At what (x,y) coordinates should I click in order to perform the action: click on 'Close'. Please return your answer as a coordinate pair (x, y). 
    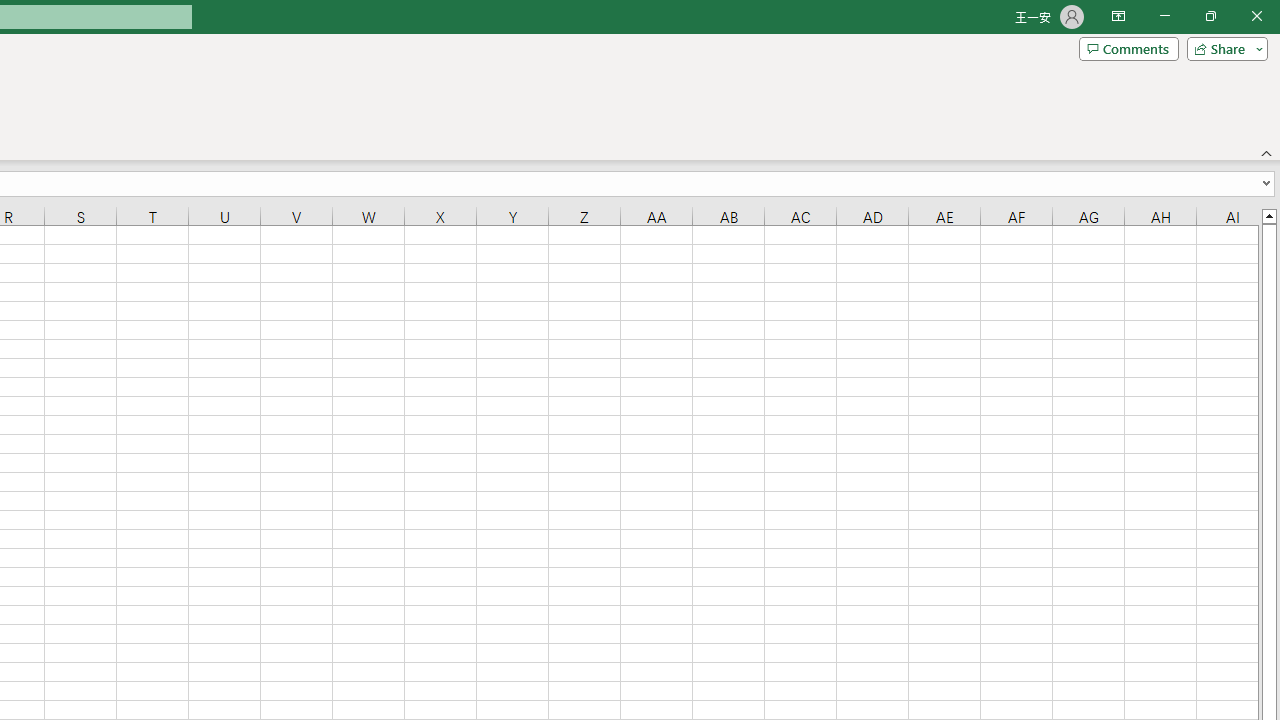
    Looking at the image, I should click on (1255, 16).